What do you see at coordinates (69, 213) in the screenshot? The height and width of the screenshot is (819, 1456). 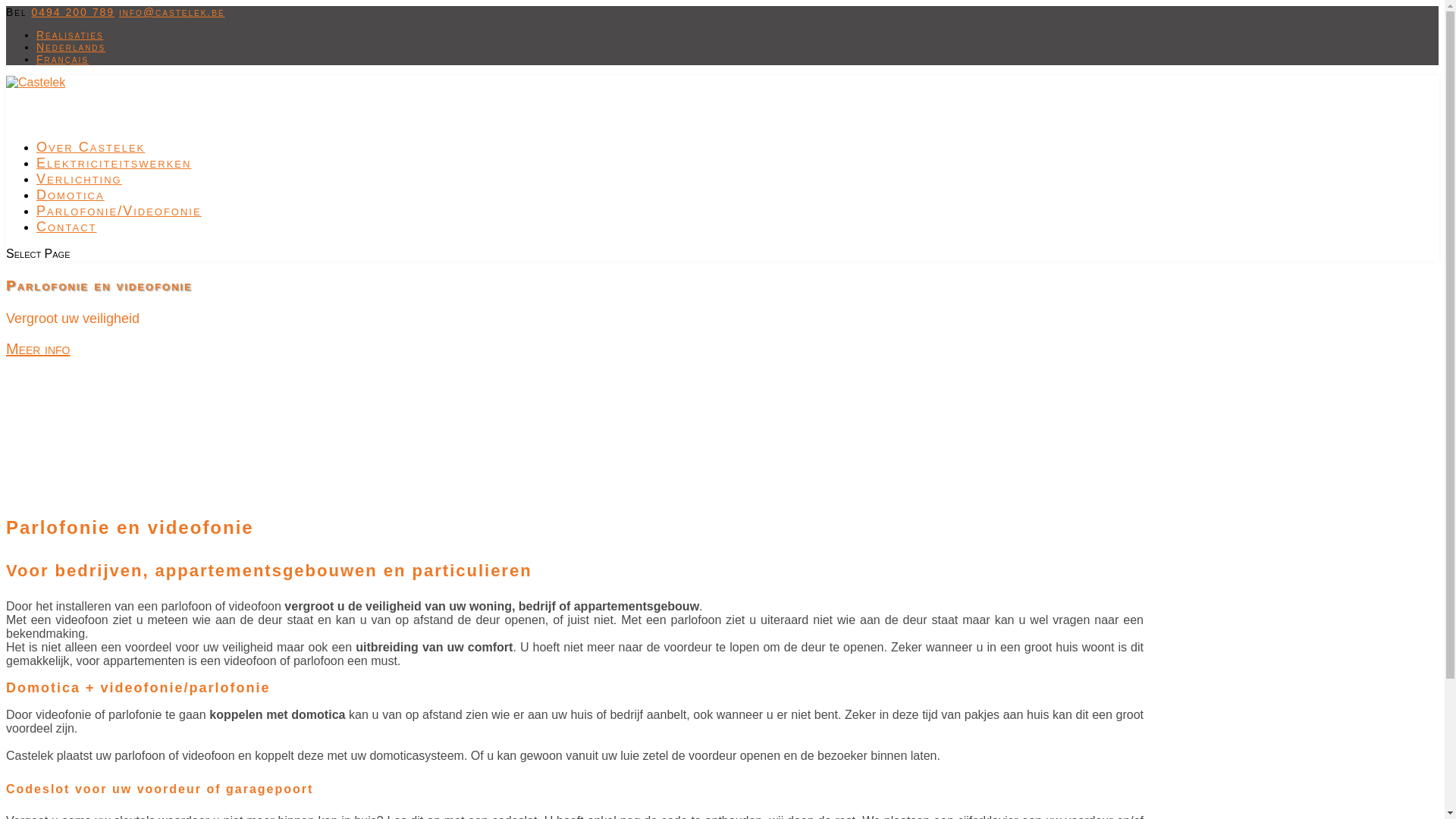 I see `'Domotica'` at bounding box center [69, 213].